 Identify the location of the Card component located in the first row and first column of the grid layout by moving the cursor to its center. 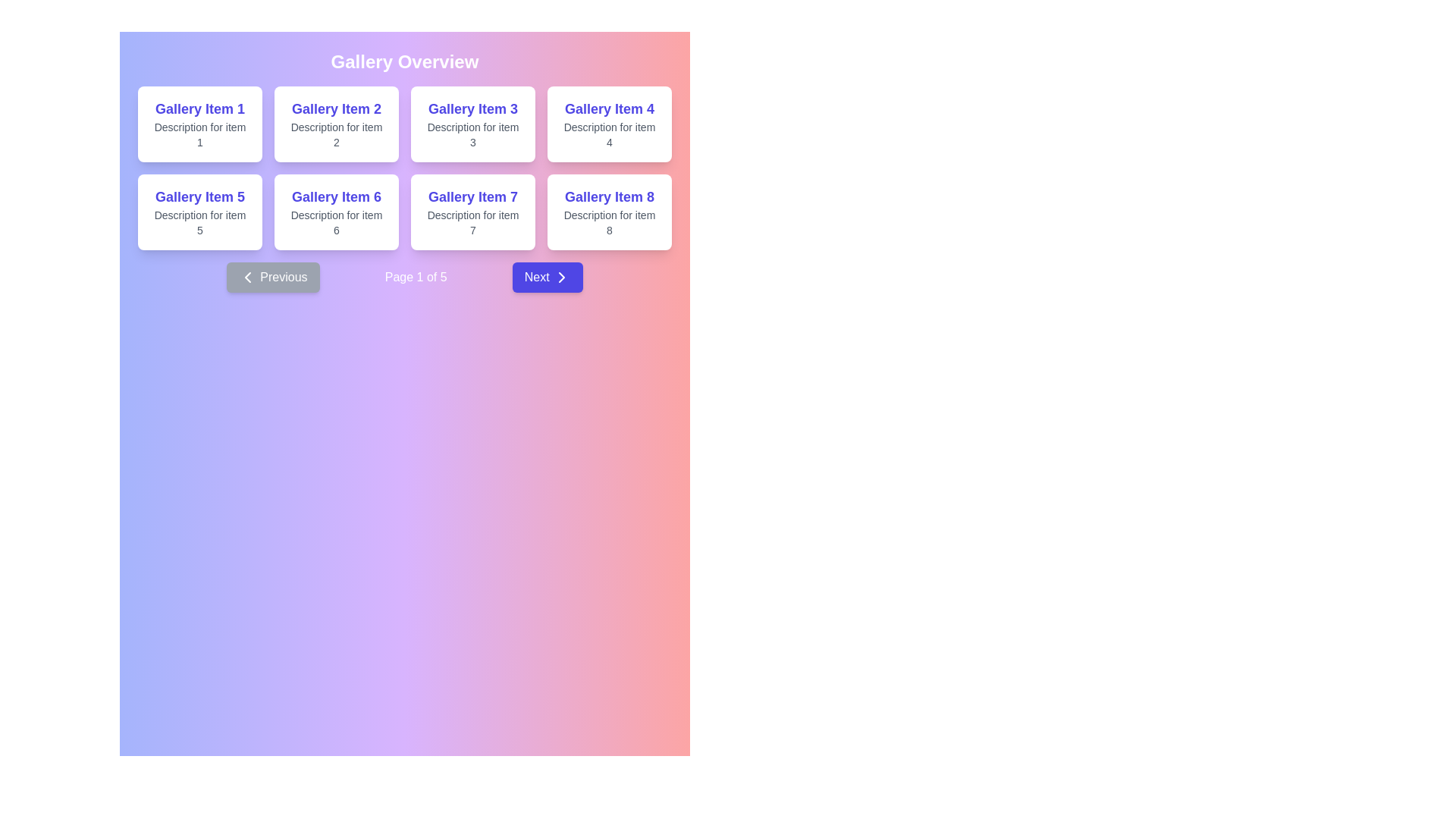
(199, 124).